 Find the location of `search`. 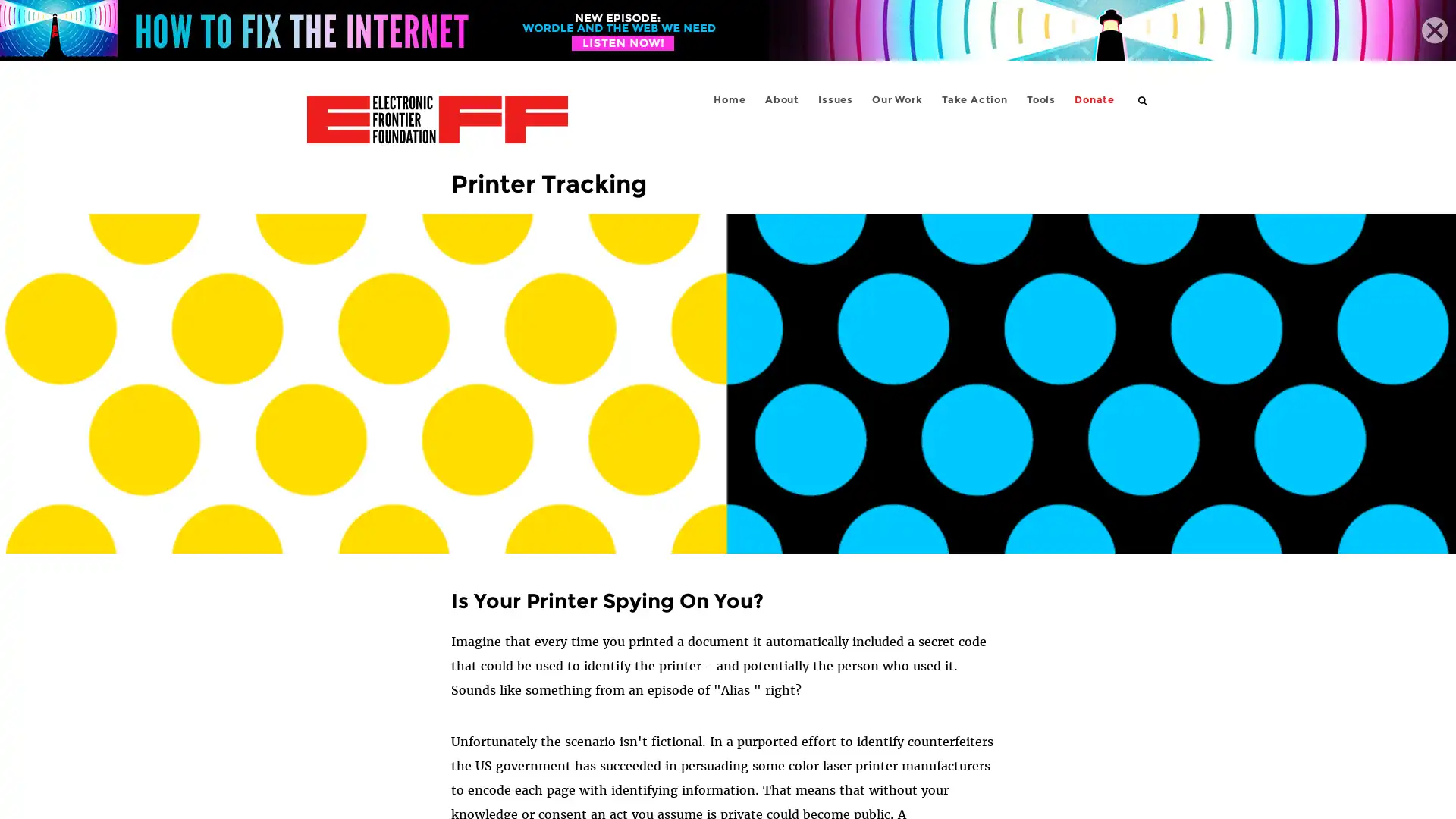

search is located at coordinates (1143, 99).